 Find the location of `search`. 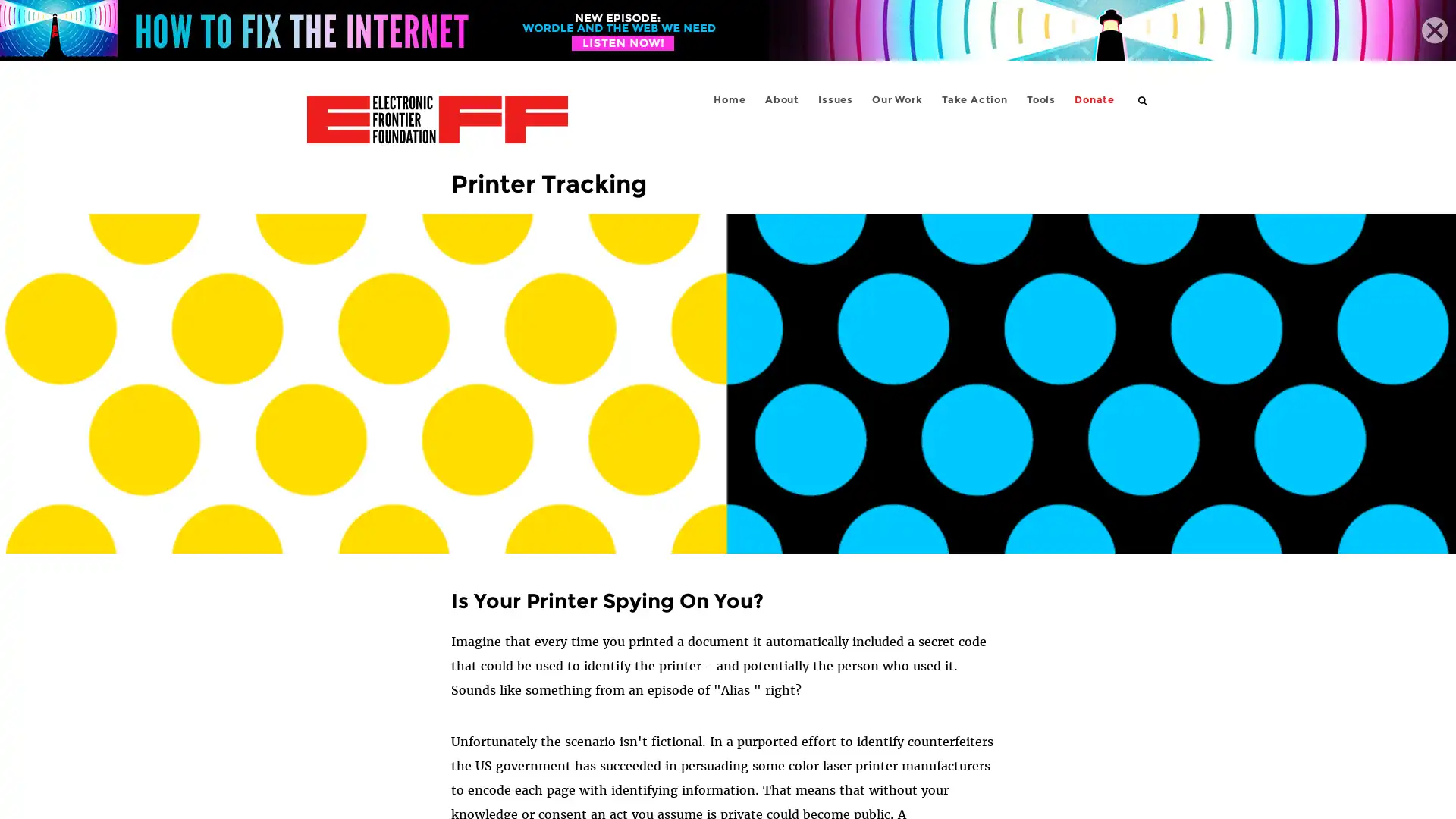

search is located at coordinates (1143, 99).